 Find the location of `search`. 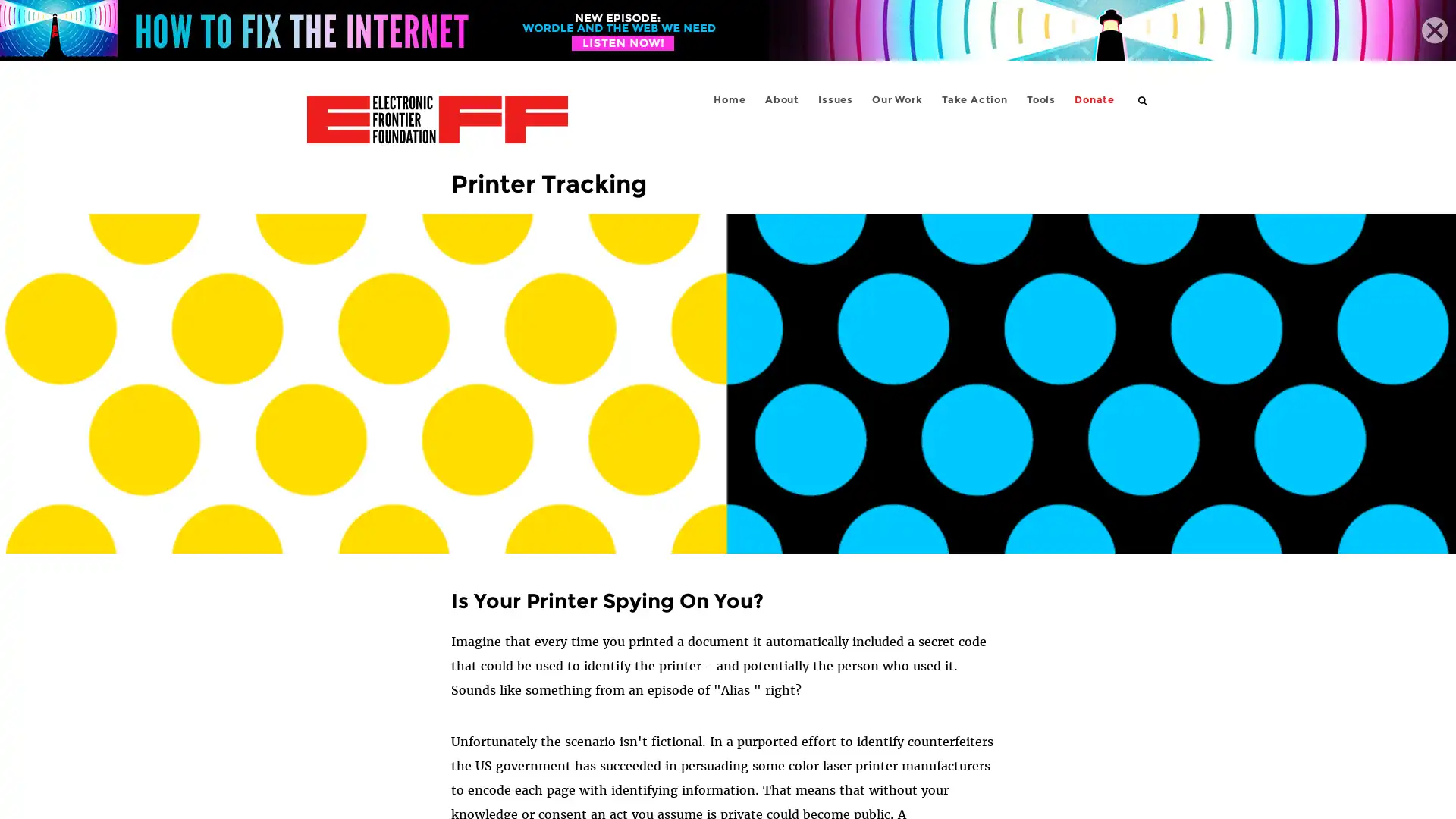

search is located at coordinates (1143, 99).